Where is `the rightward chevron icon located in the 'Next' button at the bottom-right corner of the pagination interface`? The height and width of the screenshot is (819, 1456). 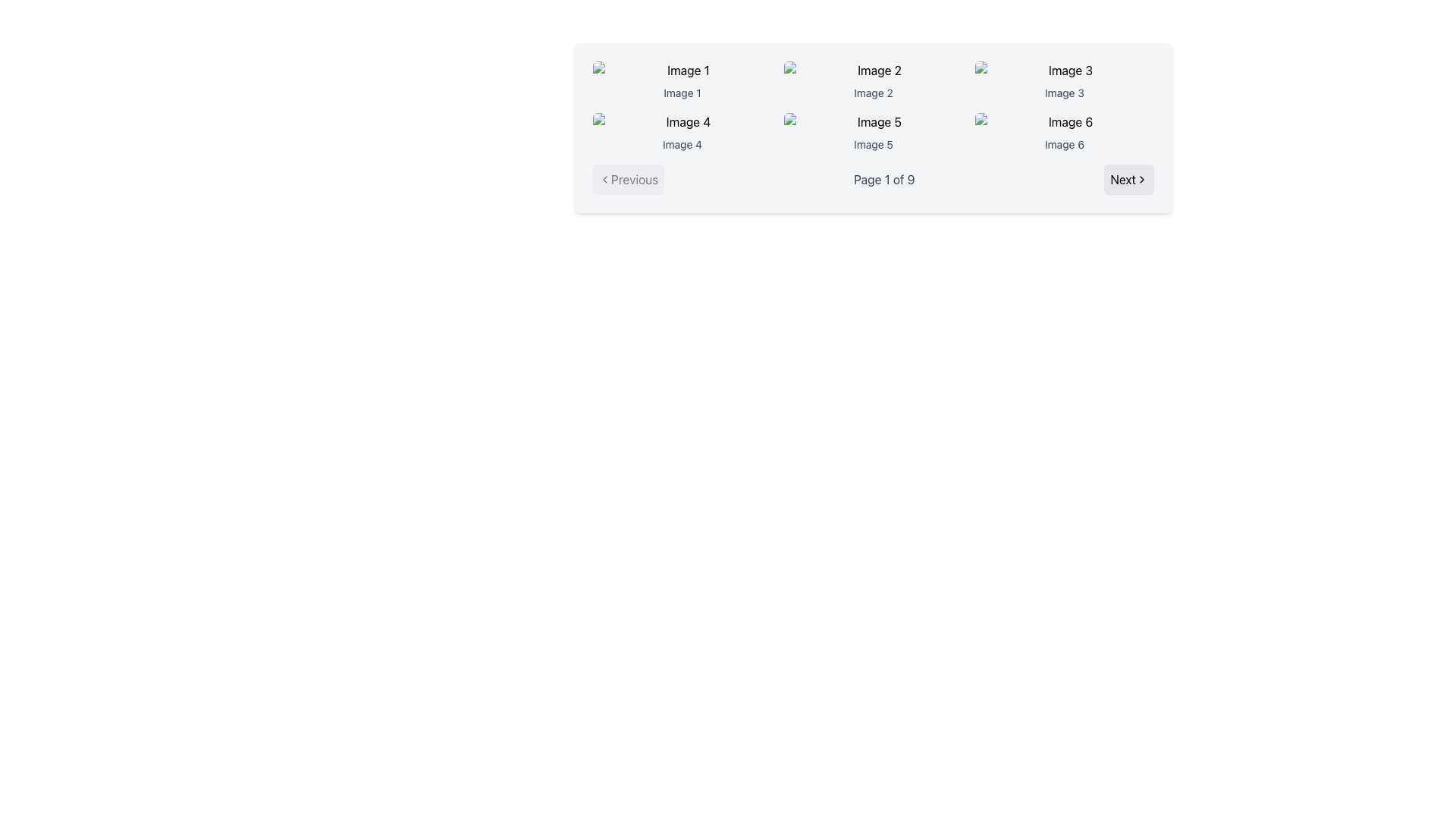 the rightward chevron icon located in the 'Next' button at the bottom-right corner of the pagination interface is located at coordinates (1142, 178).